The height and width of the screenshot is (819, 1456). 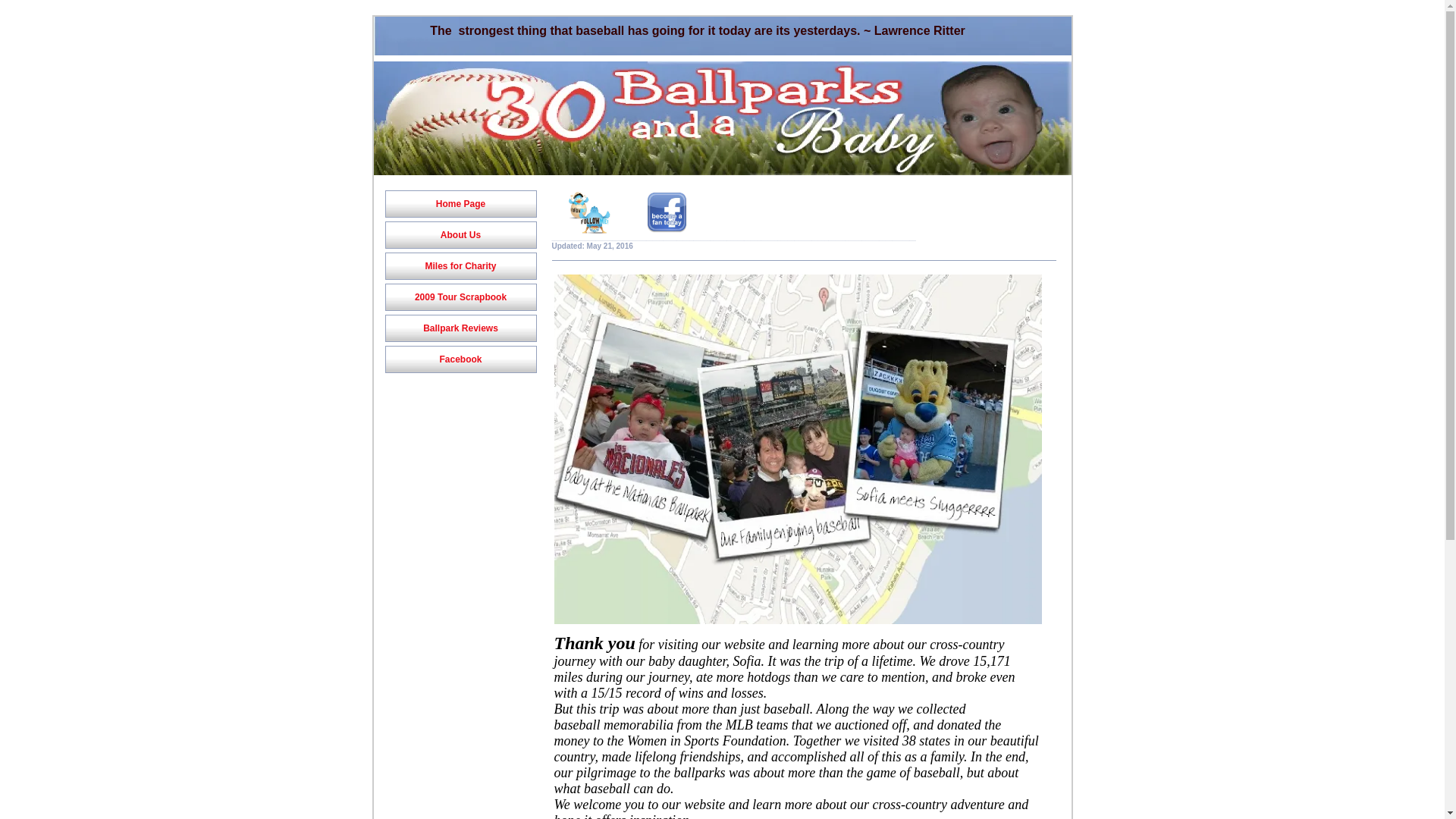 What do you see at coordinates (459, 297) in the screenshot?
I see `'2009 Tour Scrapbook'` at bounding box center [459, 297].